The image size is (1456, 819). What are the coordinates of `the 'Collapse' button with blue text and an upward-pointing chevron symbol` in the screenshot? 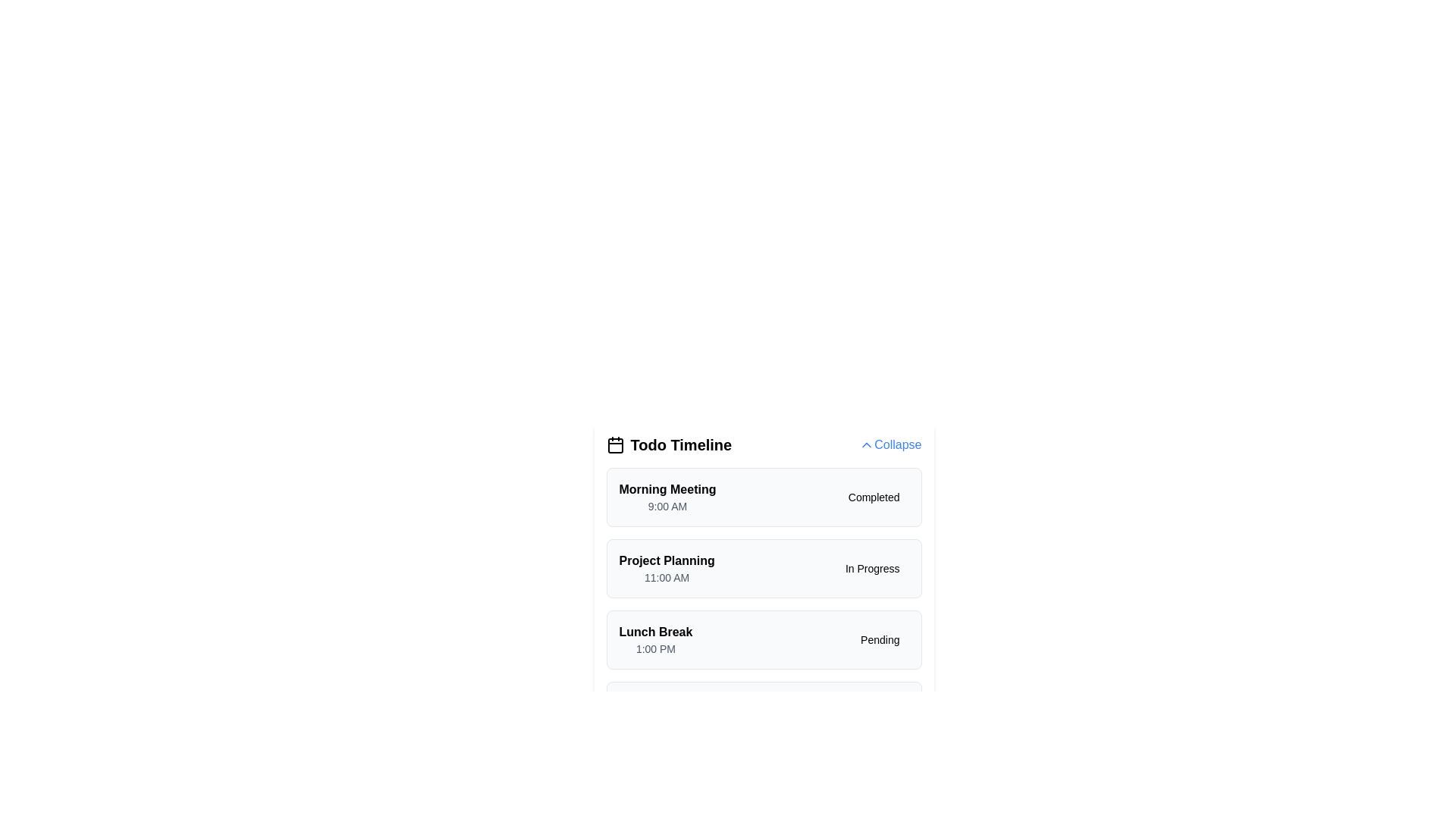 It's located at (890, 444).